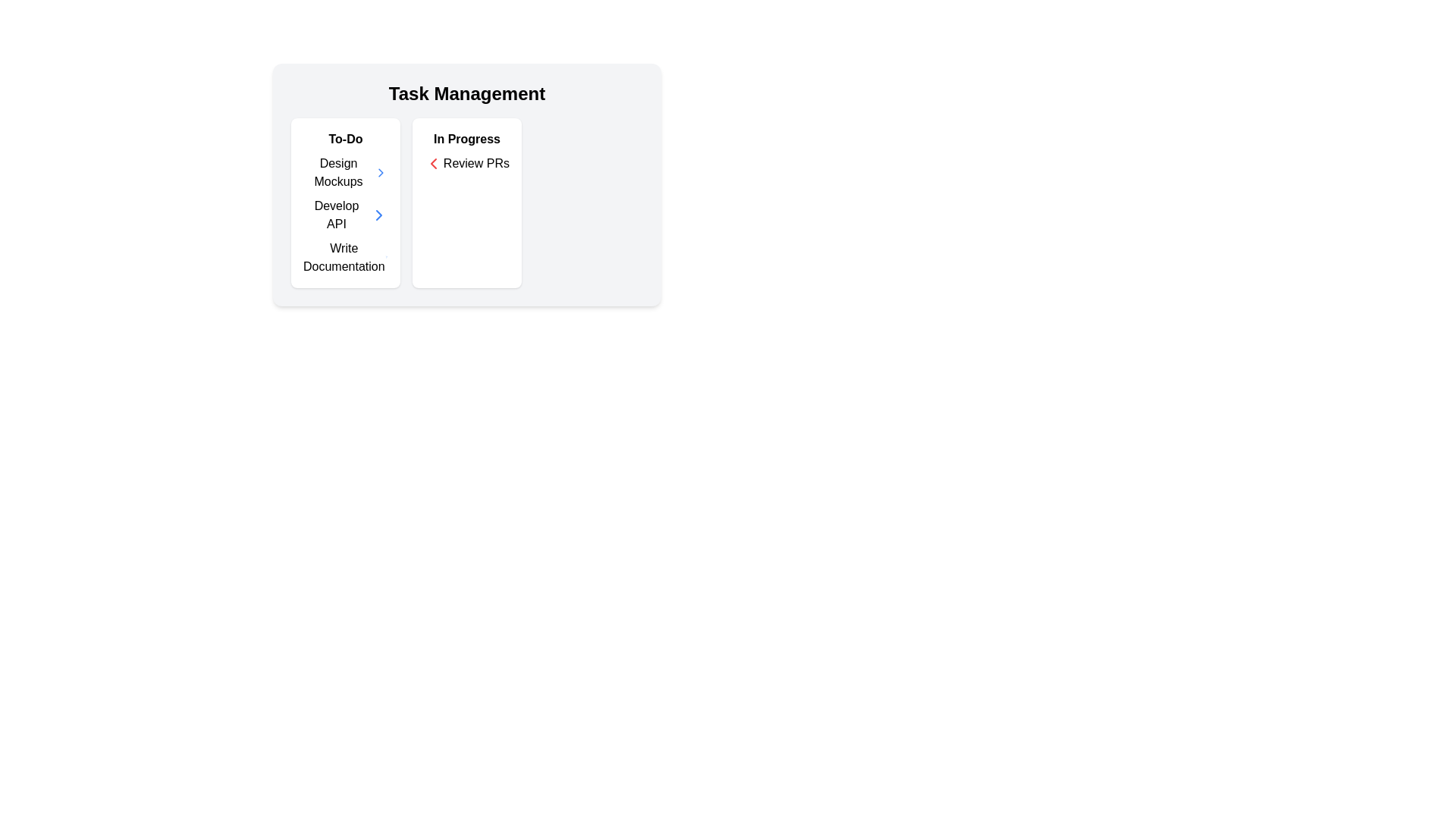 This screenshot has width=1456, height=819. Describe the element at coordinates (381, 171) in the screenshot. I see `the Chevron Icon located in the 'To-Do' section next to the 'Design Mockups' text to change its color` at that location.